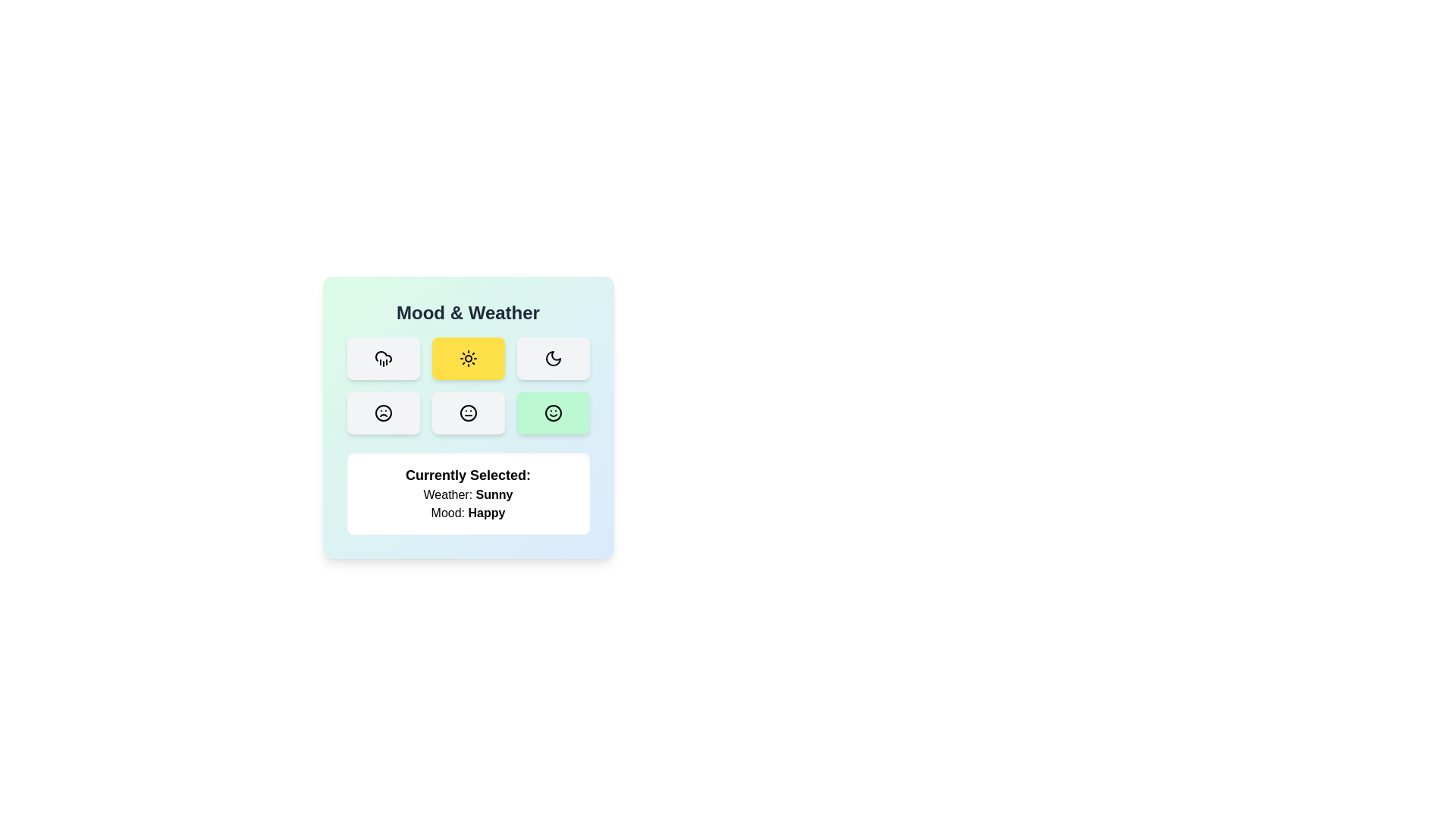 This screenshot has width=1456, height=819. I want to click on the Composite UI component with a gradient background and rounded corners that contains the title 'Mood & Weather' and a grid of selectable icons, so click(467, 418).